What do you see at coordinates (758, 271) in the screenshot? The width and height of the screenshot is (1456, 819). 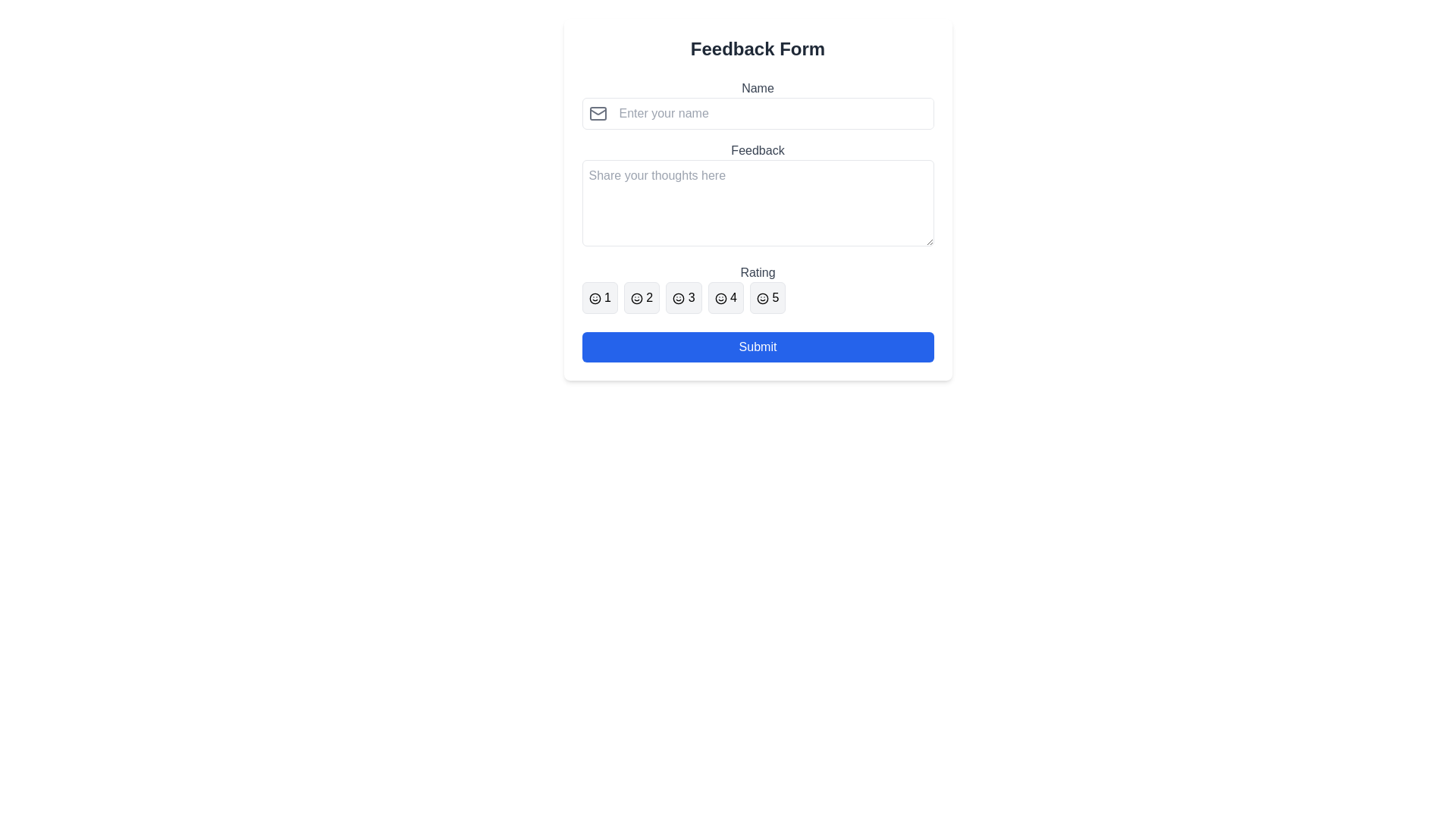 I see `the Text Label that indicates the purpose of the adjacent rating options, located above the rating selection in the feedback form interface` at bounding box center [758, 271].